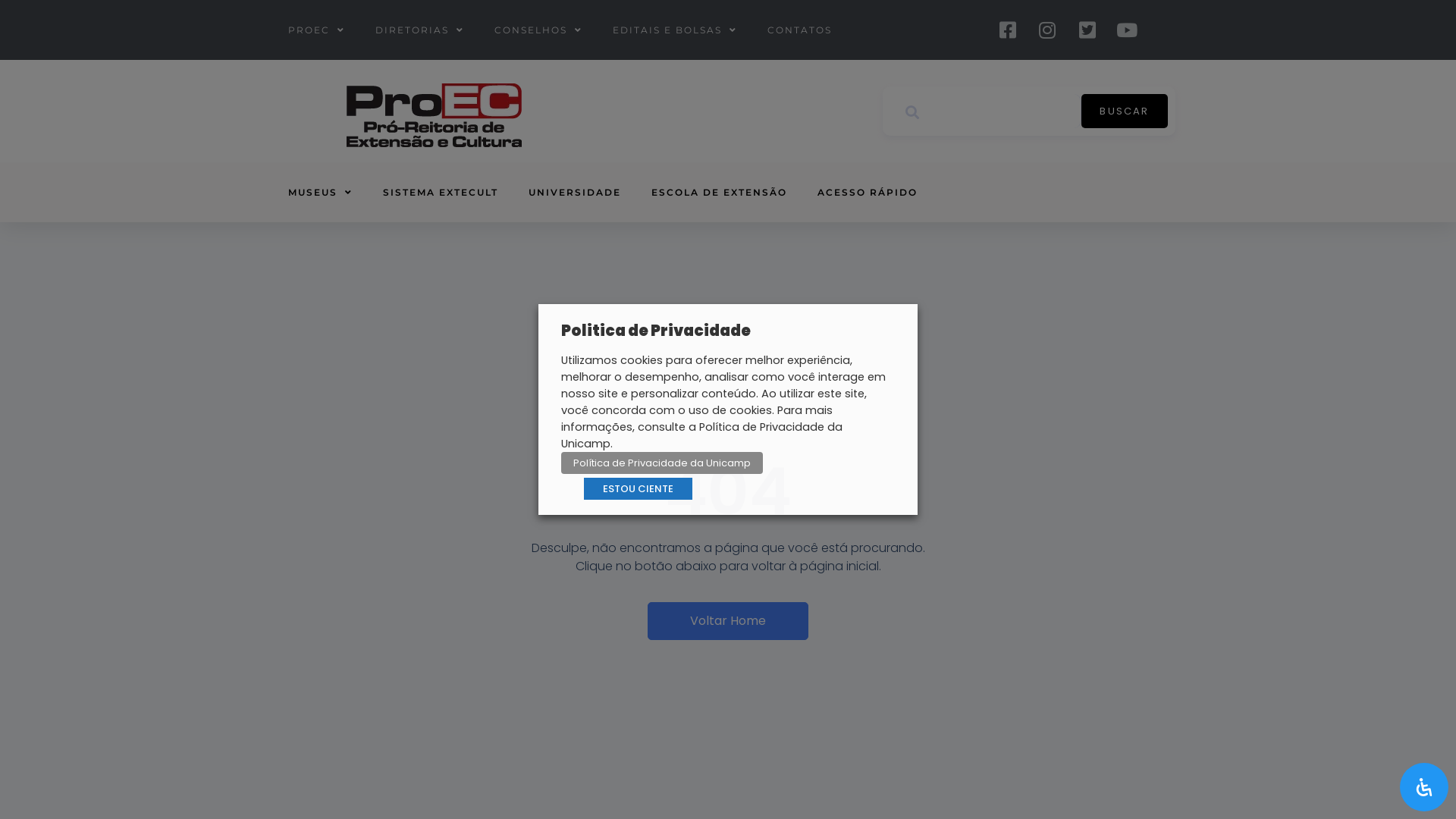 This screenshot has width=1456, height=819. Describe the element at coordinates (1125, 110) in the screenshot. I see `'BUSCAR'` at that location.